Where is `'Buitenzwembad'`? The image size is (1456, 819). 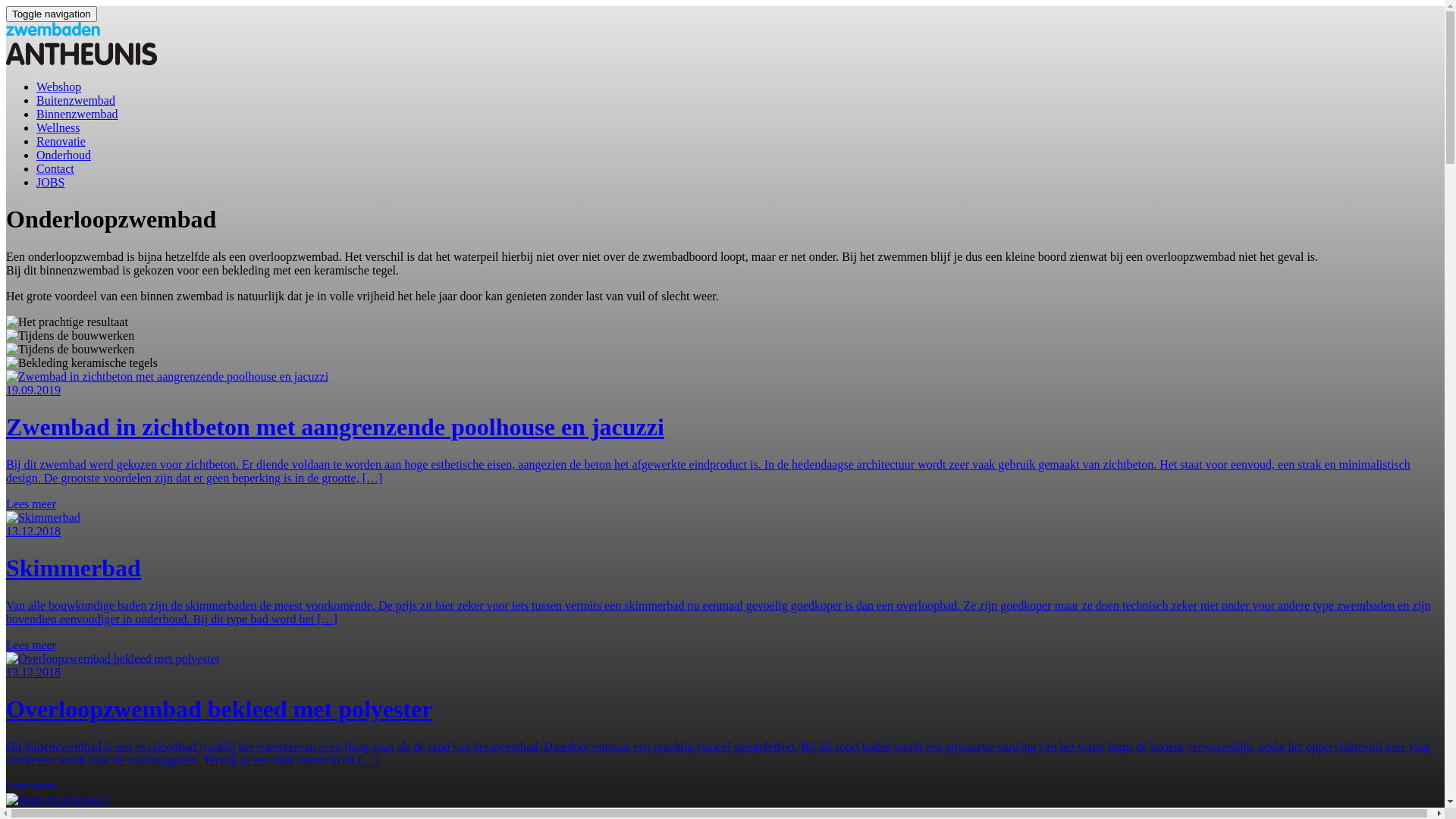 'Buitenzwembad' is located at coordinates (75, 100).